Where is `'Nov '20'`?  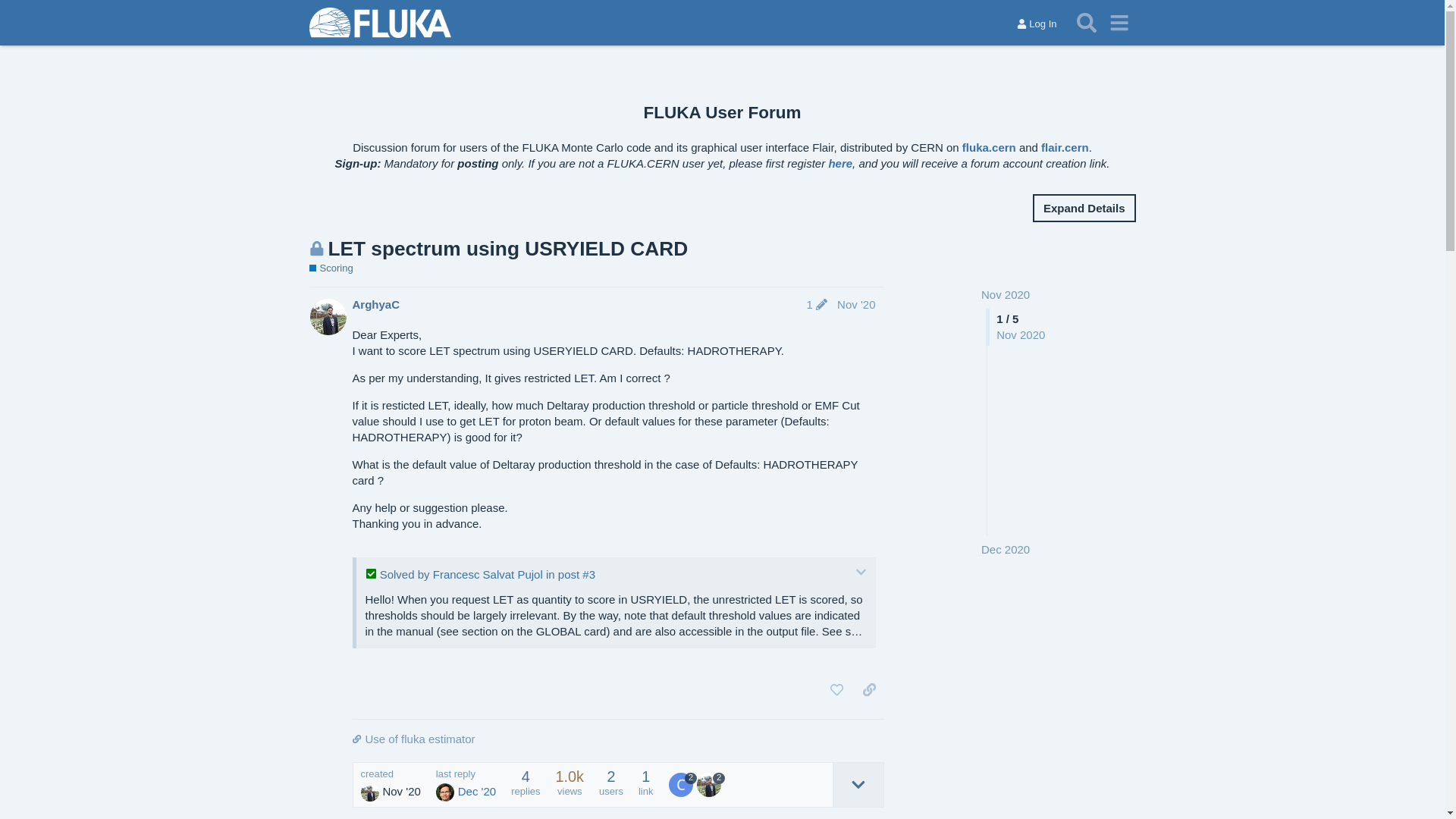
'Nov '20' is located at coordinates (855, 304).